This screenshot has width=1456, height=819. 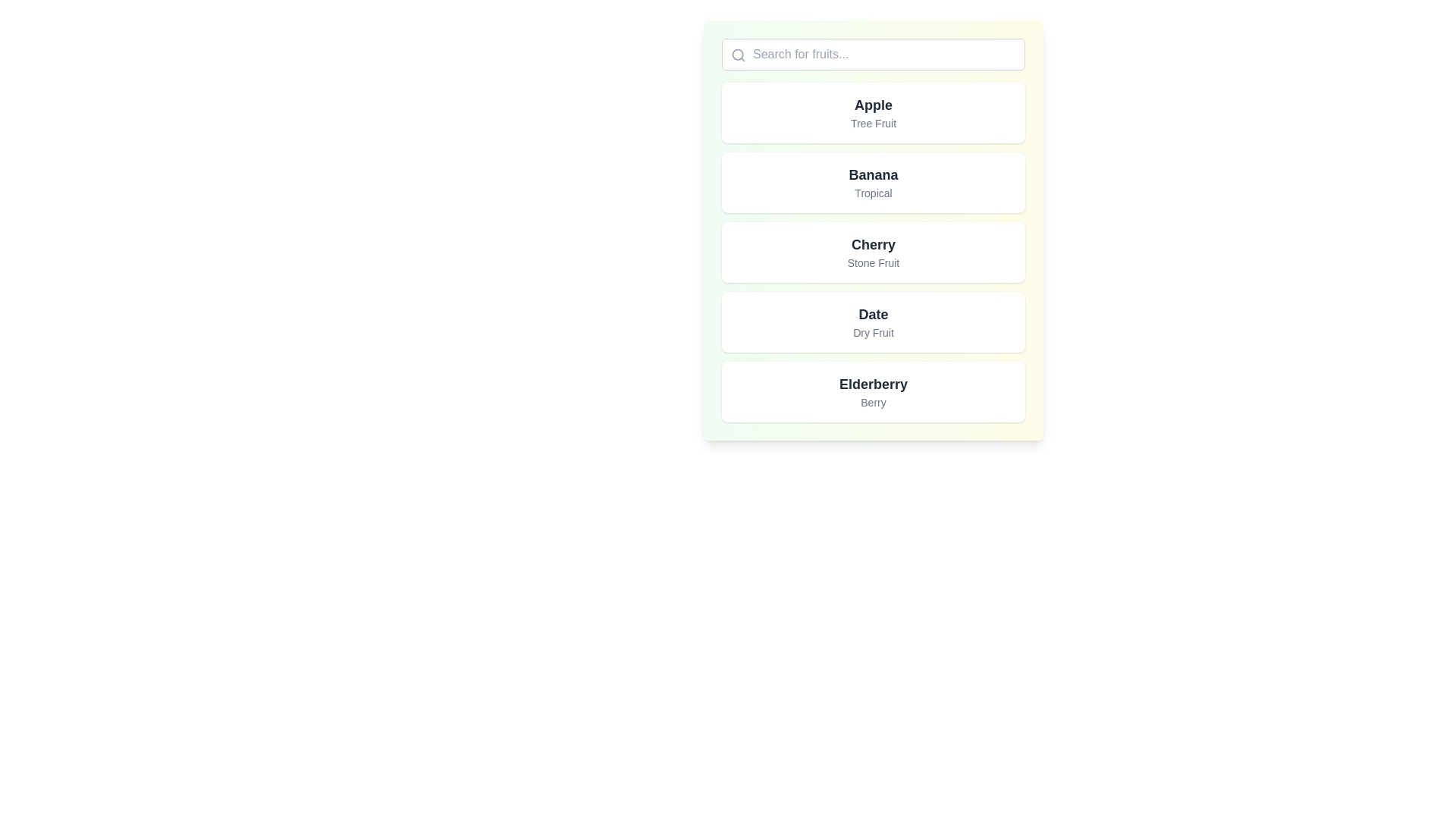 What do you see at coordinates (874, 122) in the screenshot?
I see `the text label reading 'Tree Fruit' which is styled with a smaller font size and light gray color, located beneath the title 'Apple' within a rectangular card` at bounding box center [874, 122].